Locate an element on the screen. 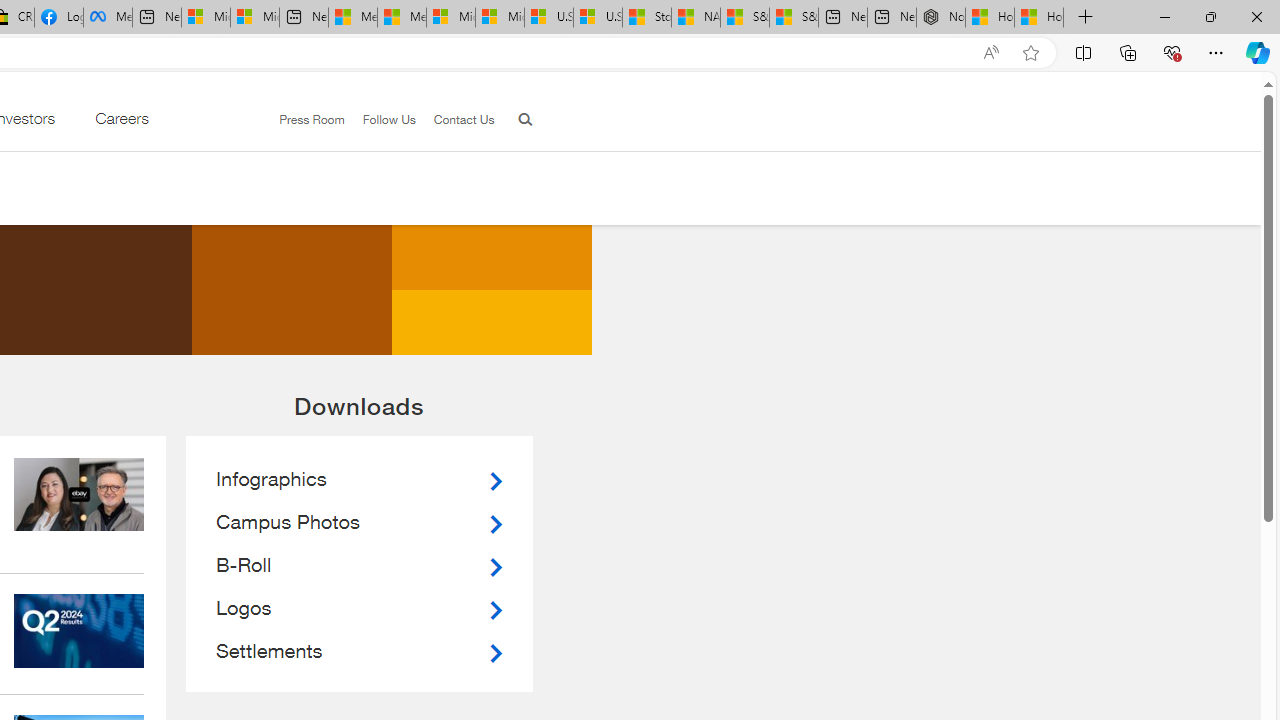  'Q2 2024 Results' is located at coordinates (79, 631).